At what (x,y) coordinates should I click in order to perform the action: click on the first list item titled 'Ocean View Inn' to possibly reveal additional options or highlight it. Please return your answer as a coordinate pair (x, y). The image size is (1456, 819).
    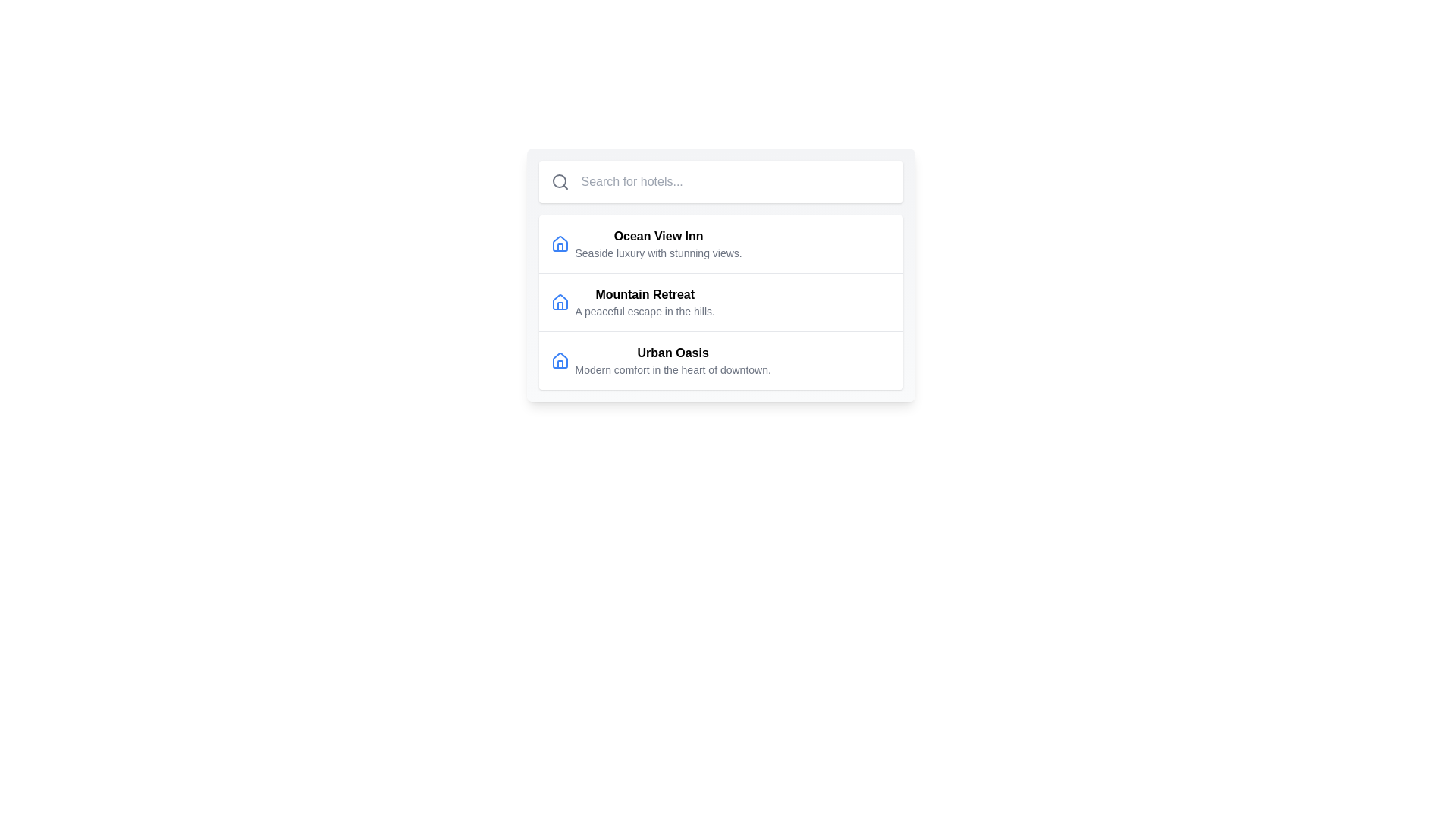
    Looking at the image, I should click on (720, 243).